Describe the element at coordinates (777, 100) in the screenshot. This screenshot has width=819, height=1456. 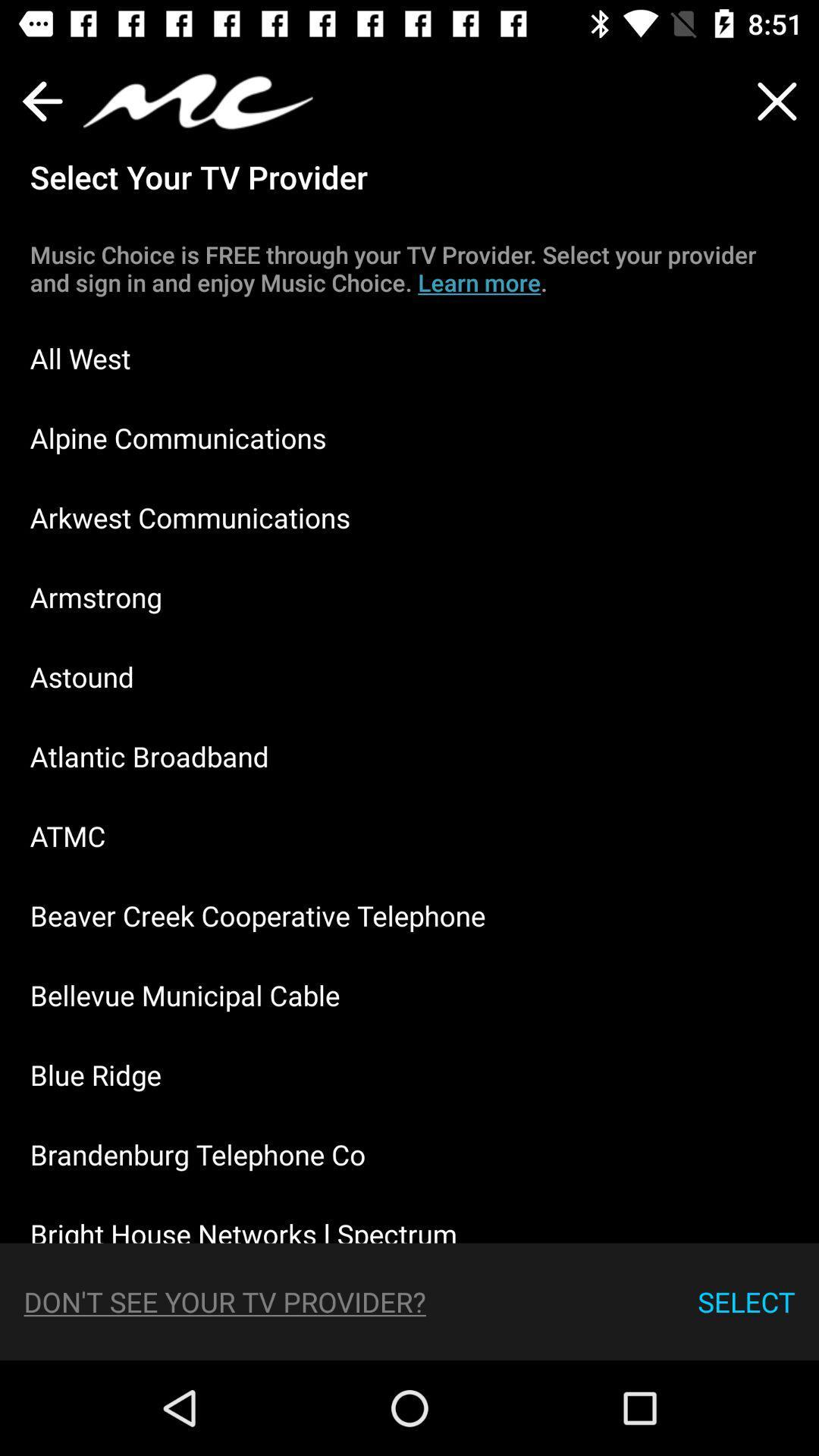
I see `the close icon` at that location.